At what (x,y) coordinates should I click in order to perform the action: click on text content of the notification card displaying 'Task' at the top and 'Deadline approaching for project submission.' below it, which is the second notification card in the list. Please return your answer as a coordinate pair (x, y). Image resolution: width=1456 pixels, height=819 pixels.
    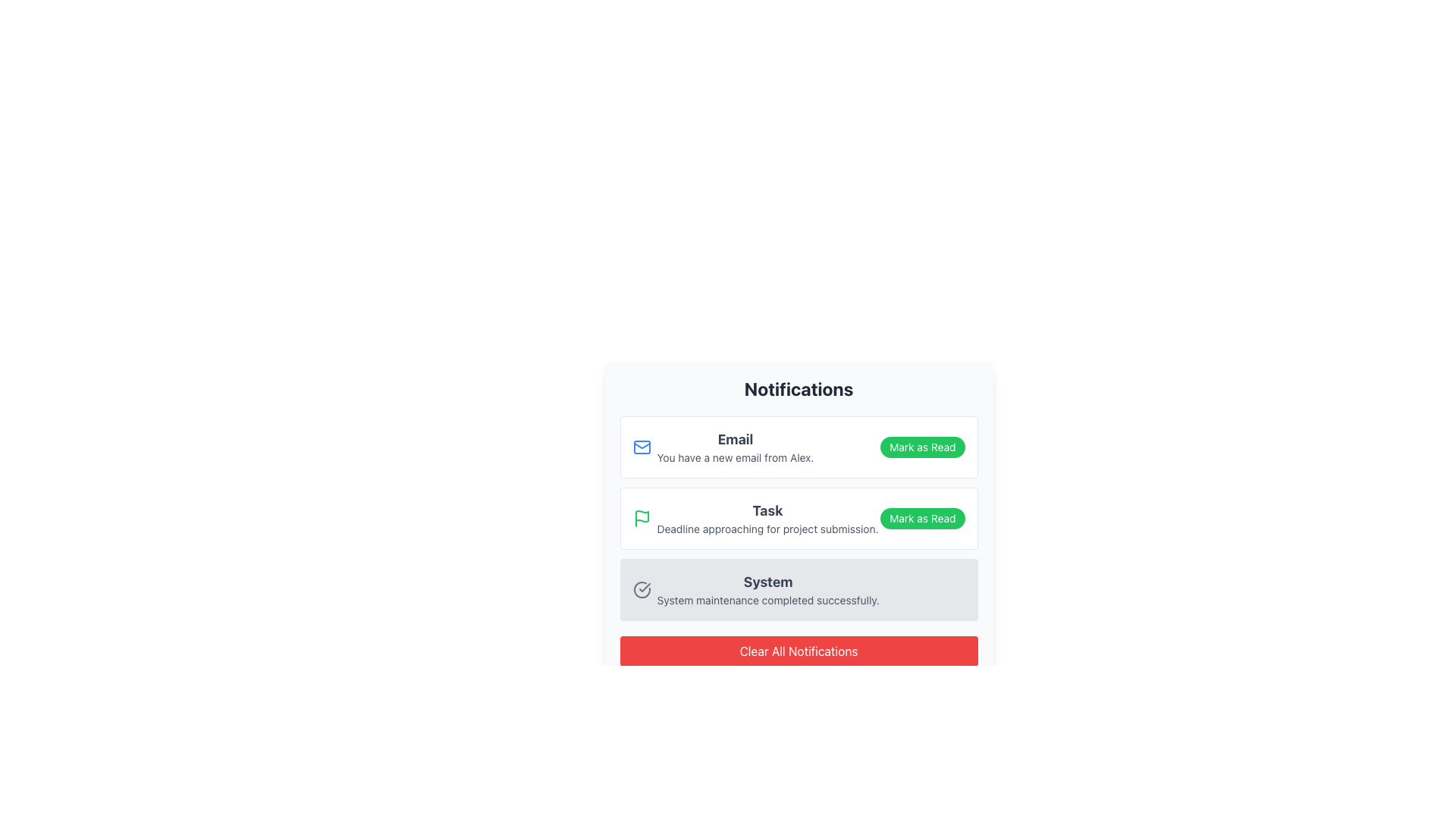
    Looking at the image, I should click on (767, 517).